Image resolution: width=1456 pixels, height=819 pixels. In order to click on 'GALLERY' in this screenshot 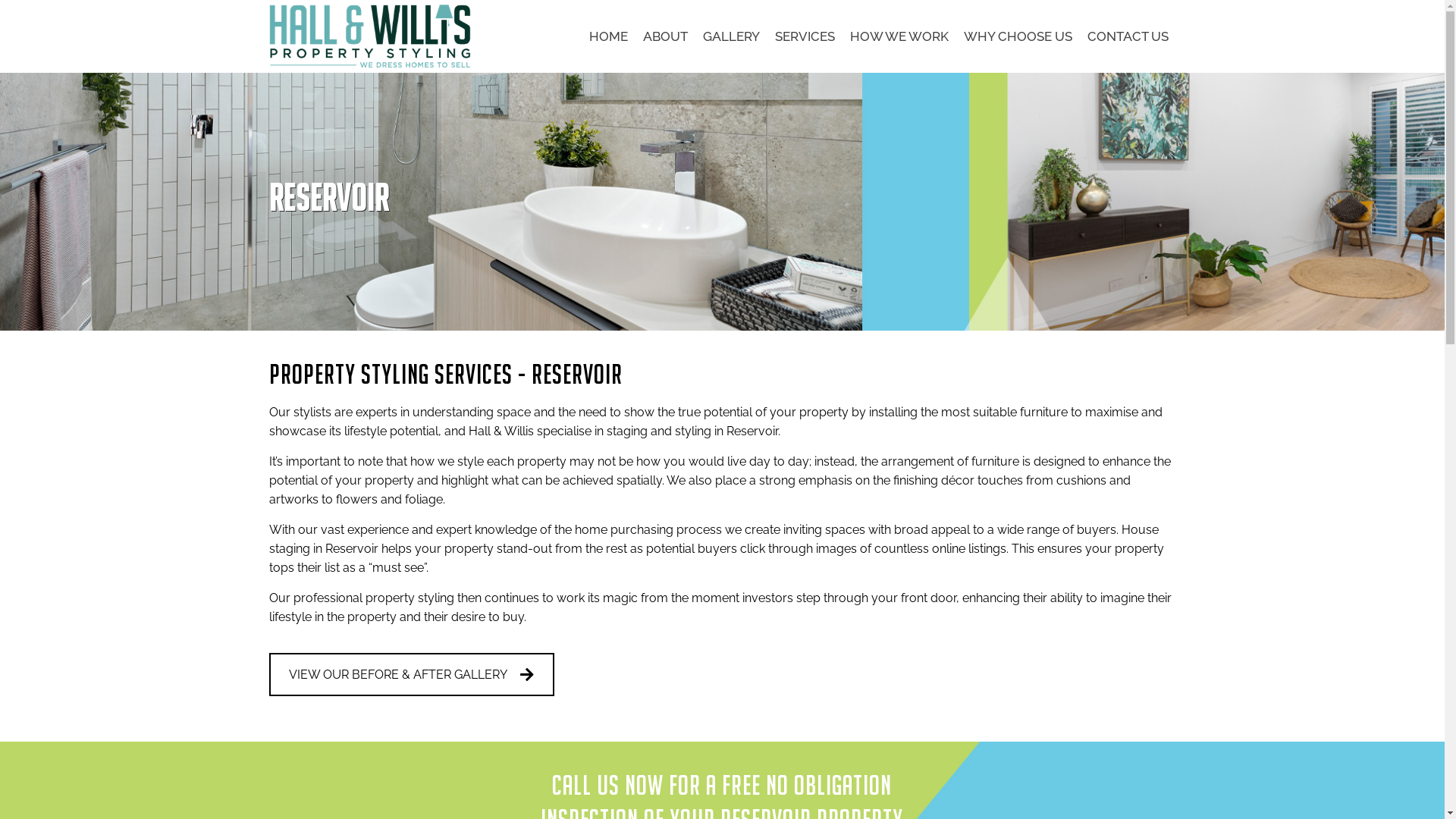, I will do `click(730, 35)`.